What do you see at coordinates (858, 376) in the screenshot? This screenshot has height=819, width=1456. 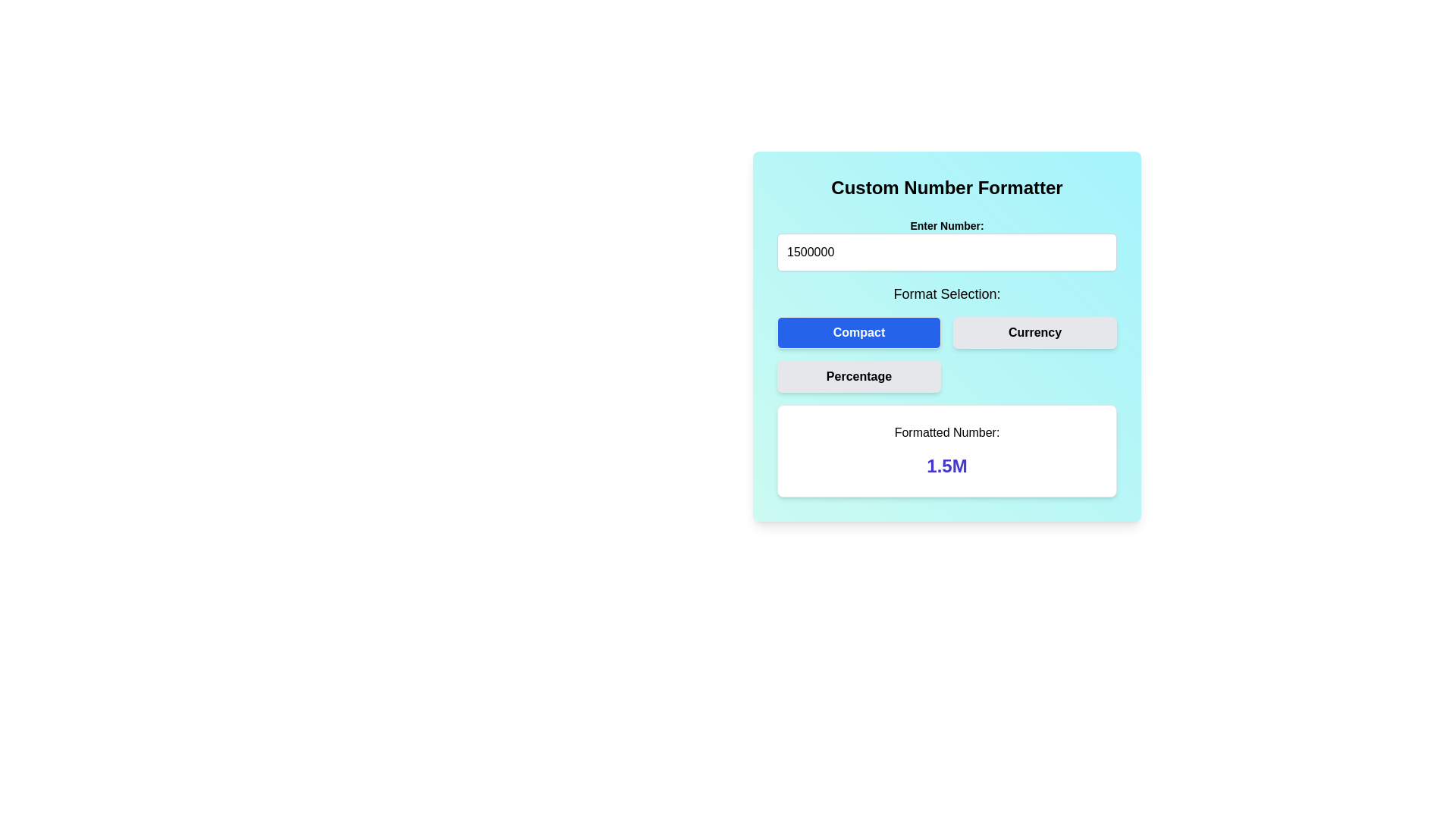 I see `the 'Percentage' button which is styled with a rounded border and light gray background, located below the 'Compact' and 'Currency' buttons in the 'Format Selection' section` at bounding box center [858, 376].